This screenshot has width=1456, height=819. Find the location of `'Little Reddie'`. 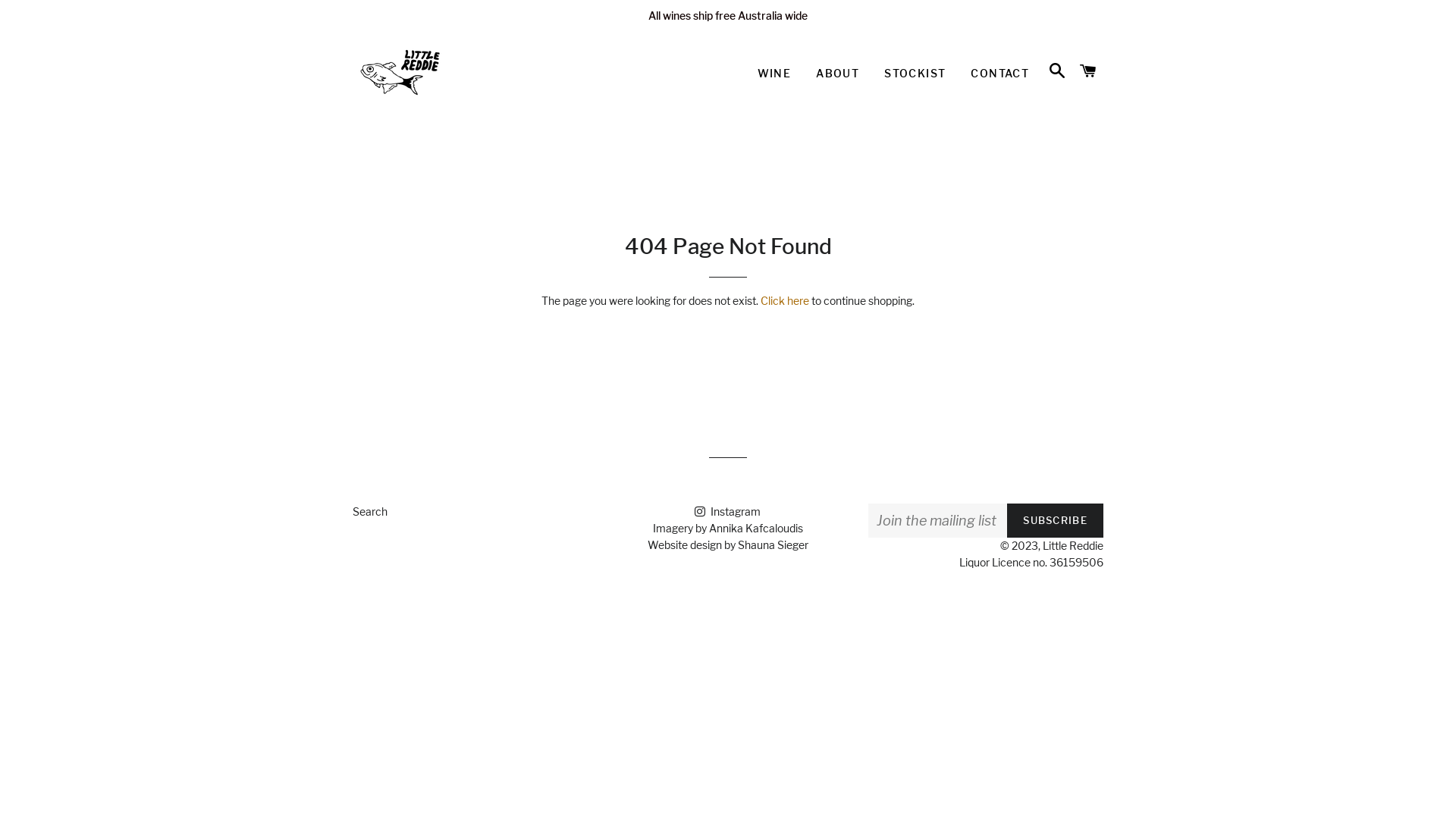

'Little Reddie' is located at coordinates (1072, 544).